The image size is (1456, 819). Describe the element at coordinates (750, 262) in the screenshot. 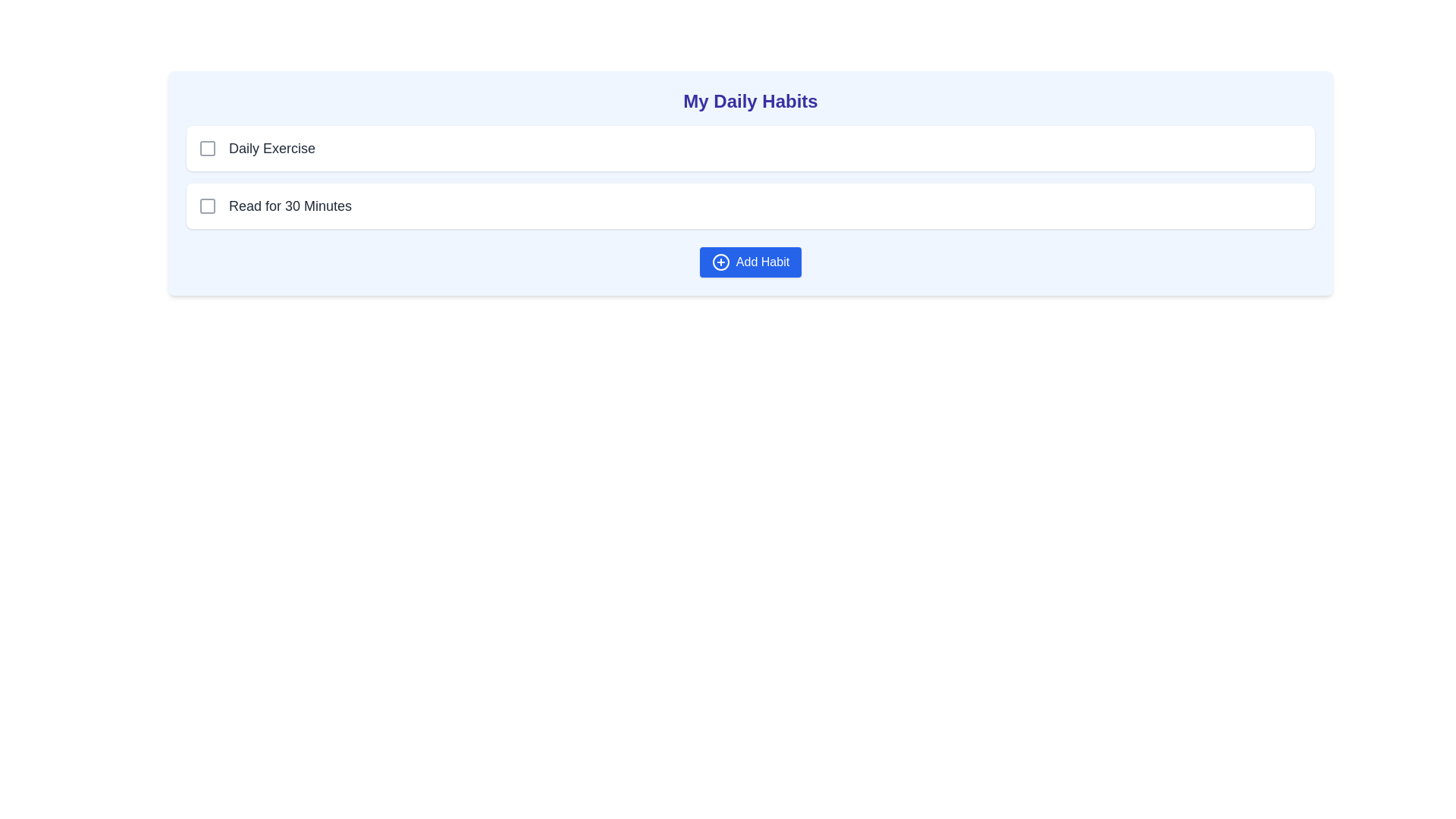

I see `the button for adding new habits` at that location.